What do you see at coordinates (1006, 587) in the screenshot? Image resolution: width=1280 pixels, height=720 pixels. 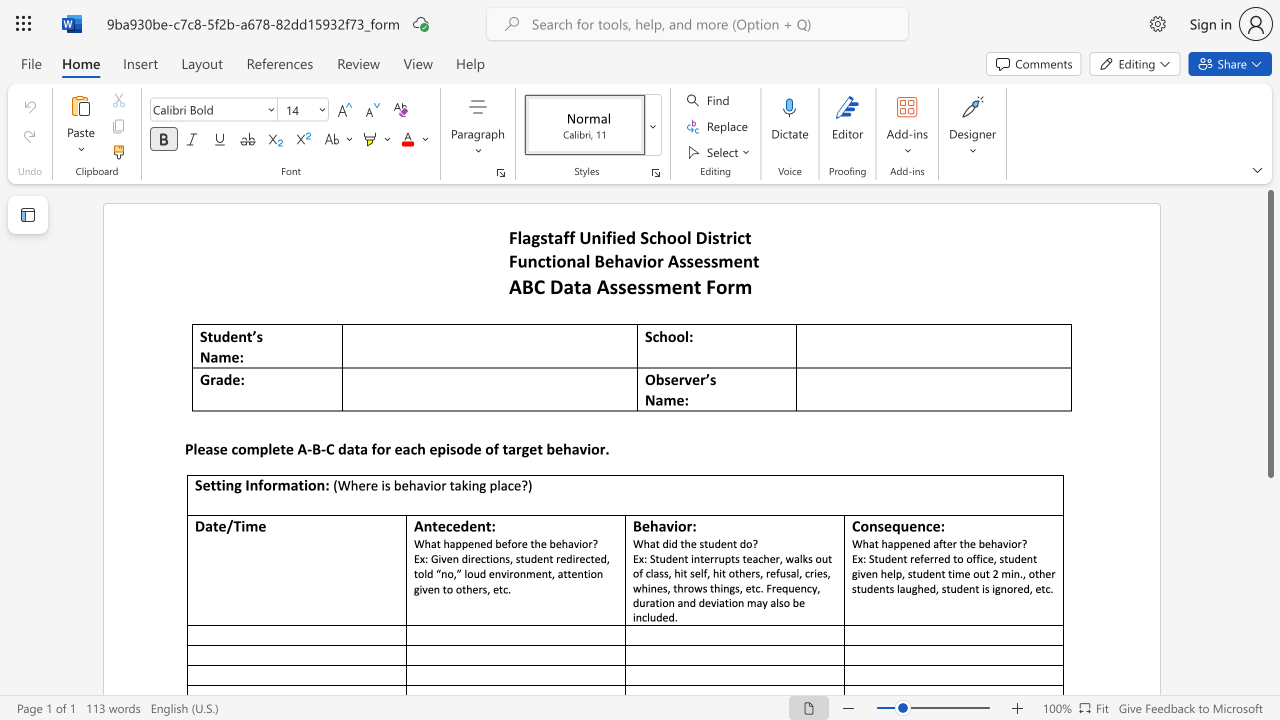 I see `the subset text "ored," within the text "tudent referred to office, student given help, student time out 2 min., other students laughed, student is ignored, etc."` at bounding box center [1006, 587].